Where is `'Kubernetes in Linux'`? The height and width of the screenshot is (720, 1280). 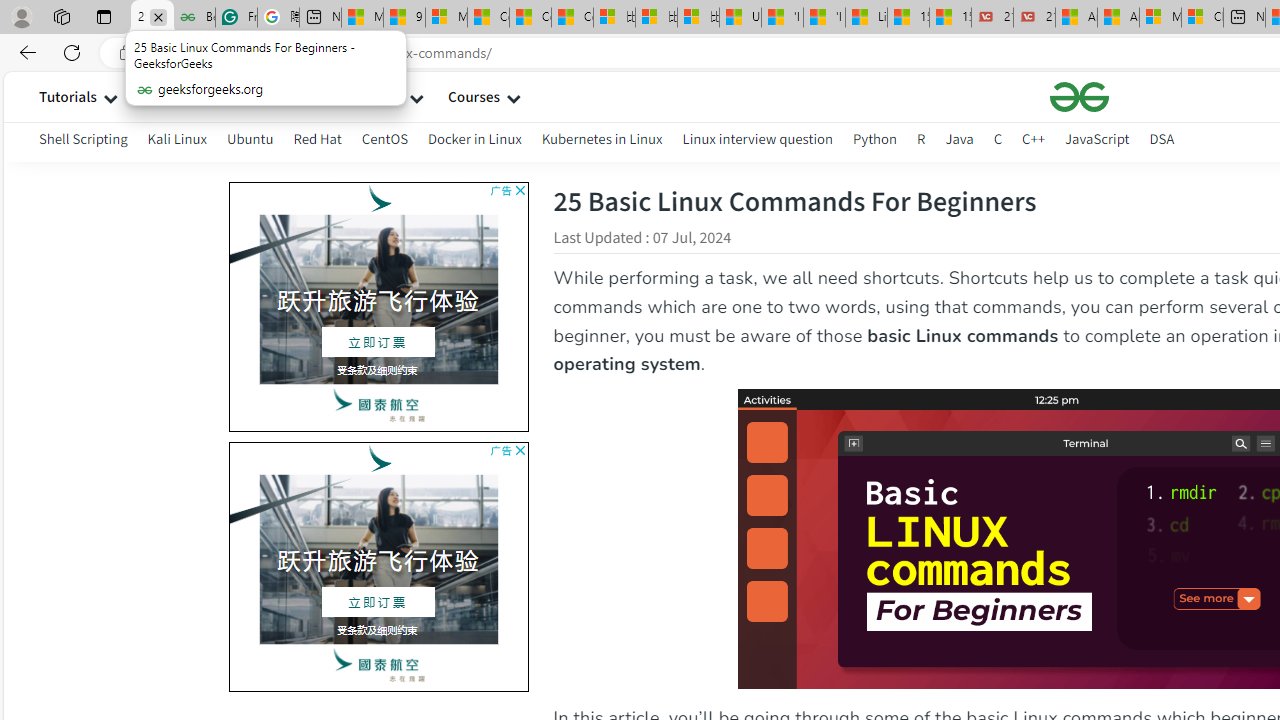 'Kubernetes in Linux' is located at coordinates (601, 138).